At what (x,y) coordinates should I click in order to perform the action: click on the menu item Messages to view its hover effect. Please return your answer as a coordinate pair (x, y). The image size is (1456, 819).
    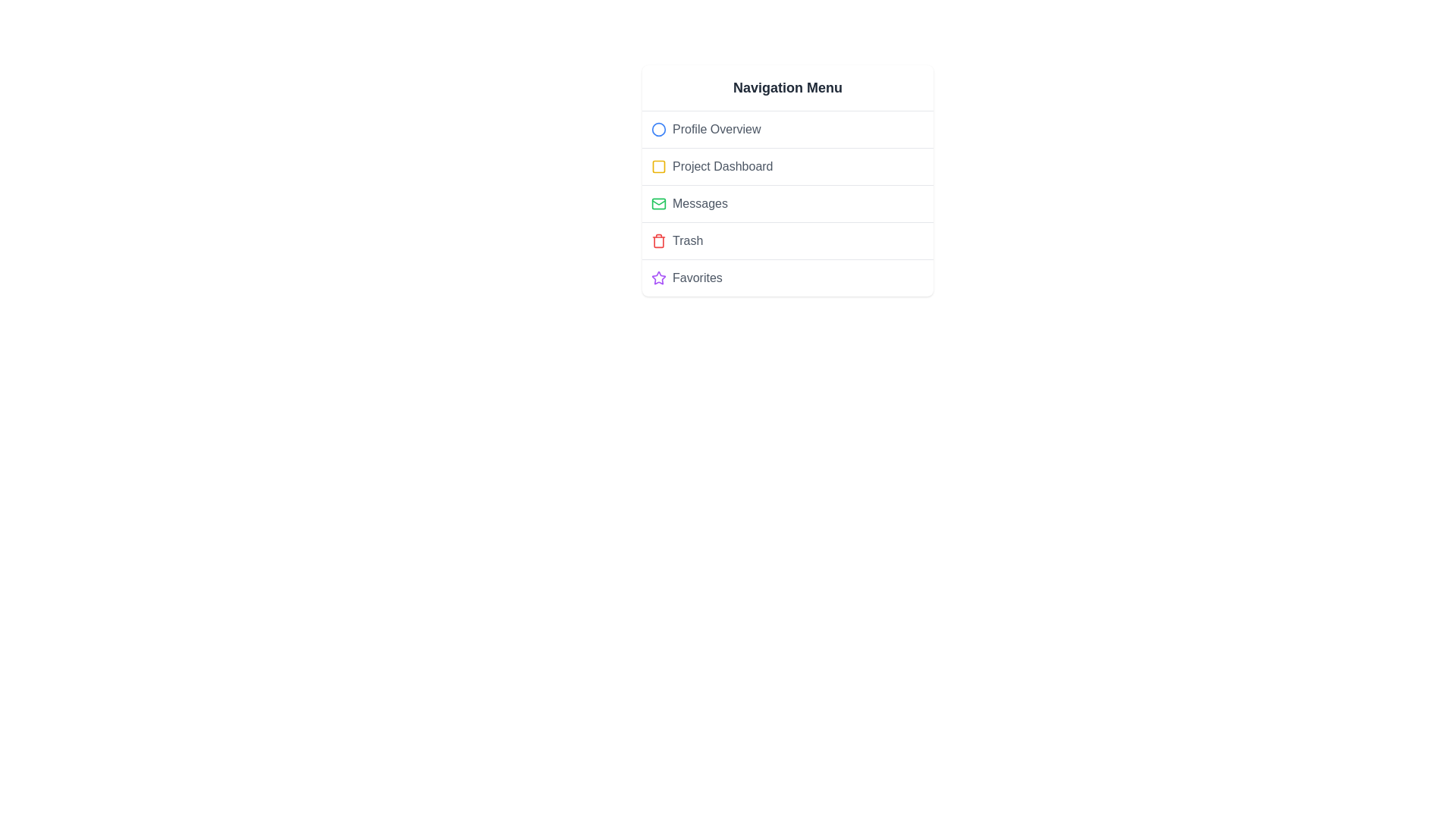
    Looking at the image, I should click on (787, 202).